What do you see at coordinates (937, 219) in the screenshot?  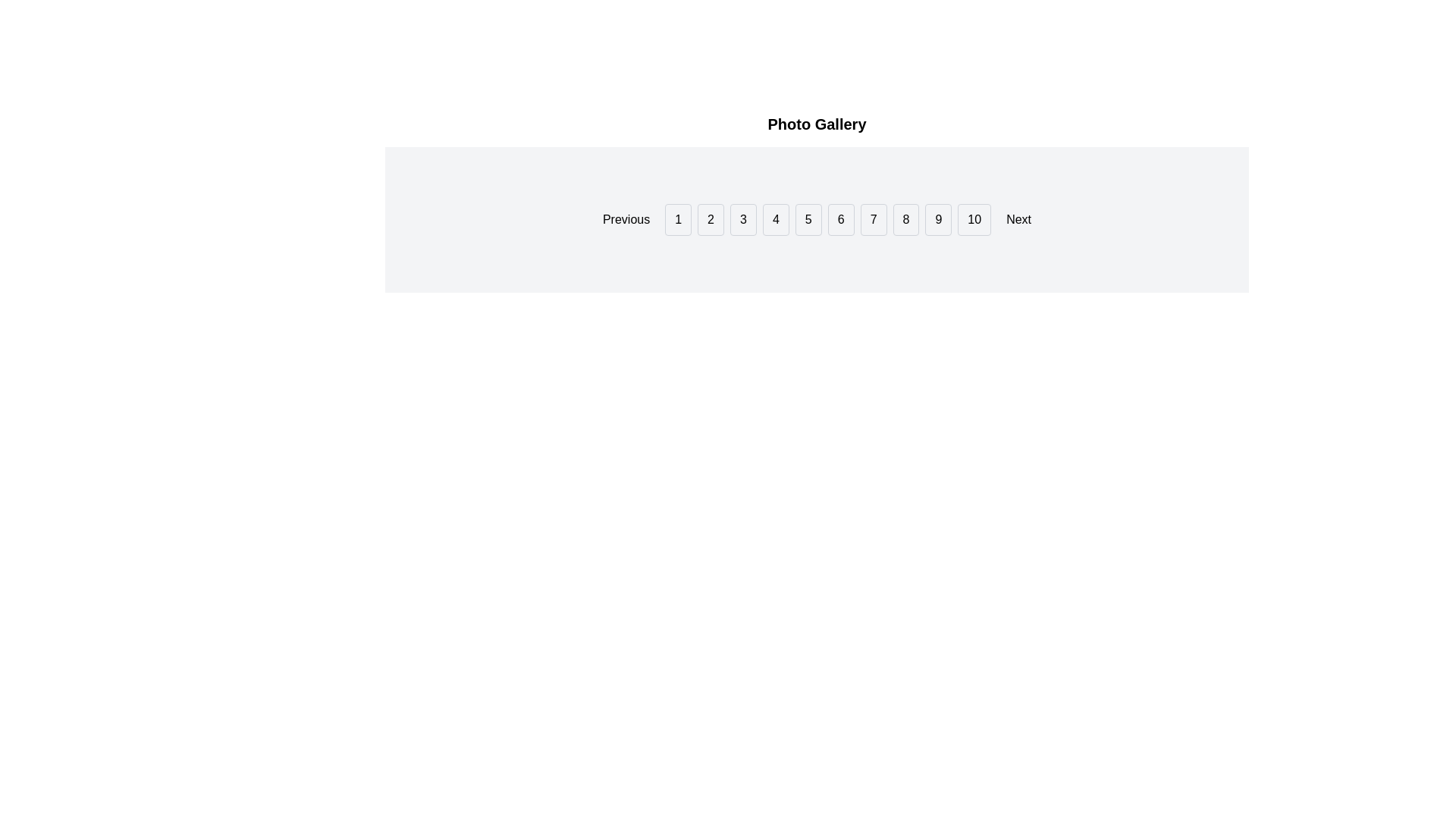 I see `the button labeled '9' in the pagination control` at bounding box center [937, 219].